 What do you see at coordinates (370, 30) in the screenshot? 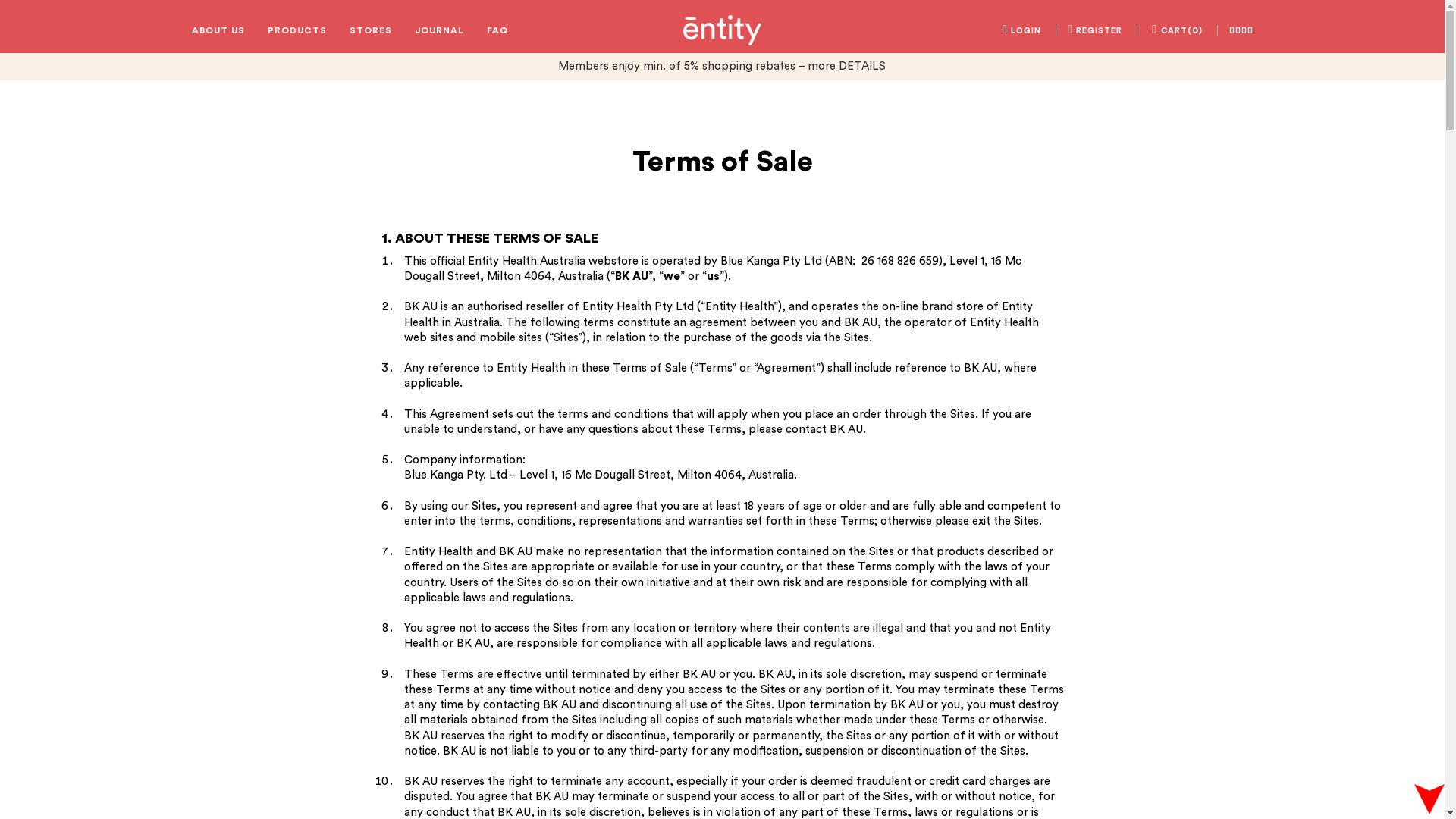
I see `'STORES'` at bounding box center [370, 30].